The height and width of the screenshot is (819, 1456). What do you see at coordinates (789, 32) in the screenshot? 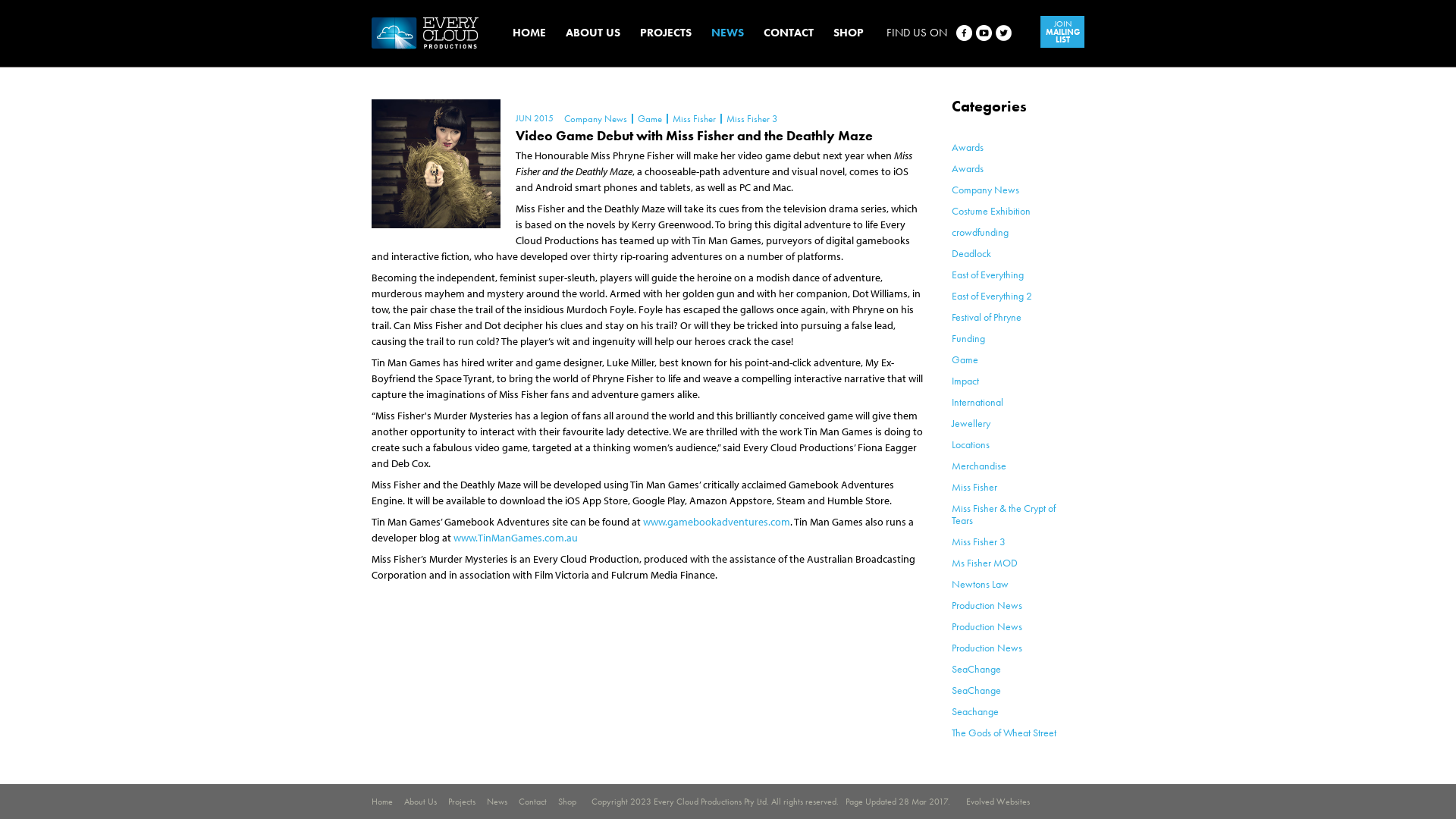
I see `'CONTACT'` at bounding box center [789, 32].